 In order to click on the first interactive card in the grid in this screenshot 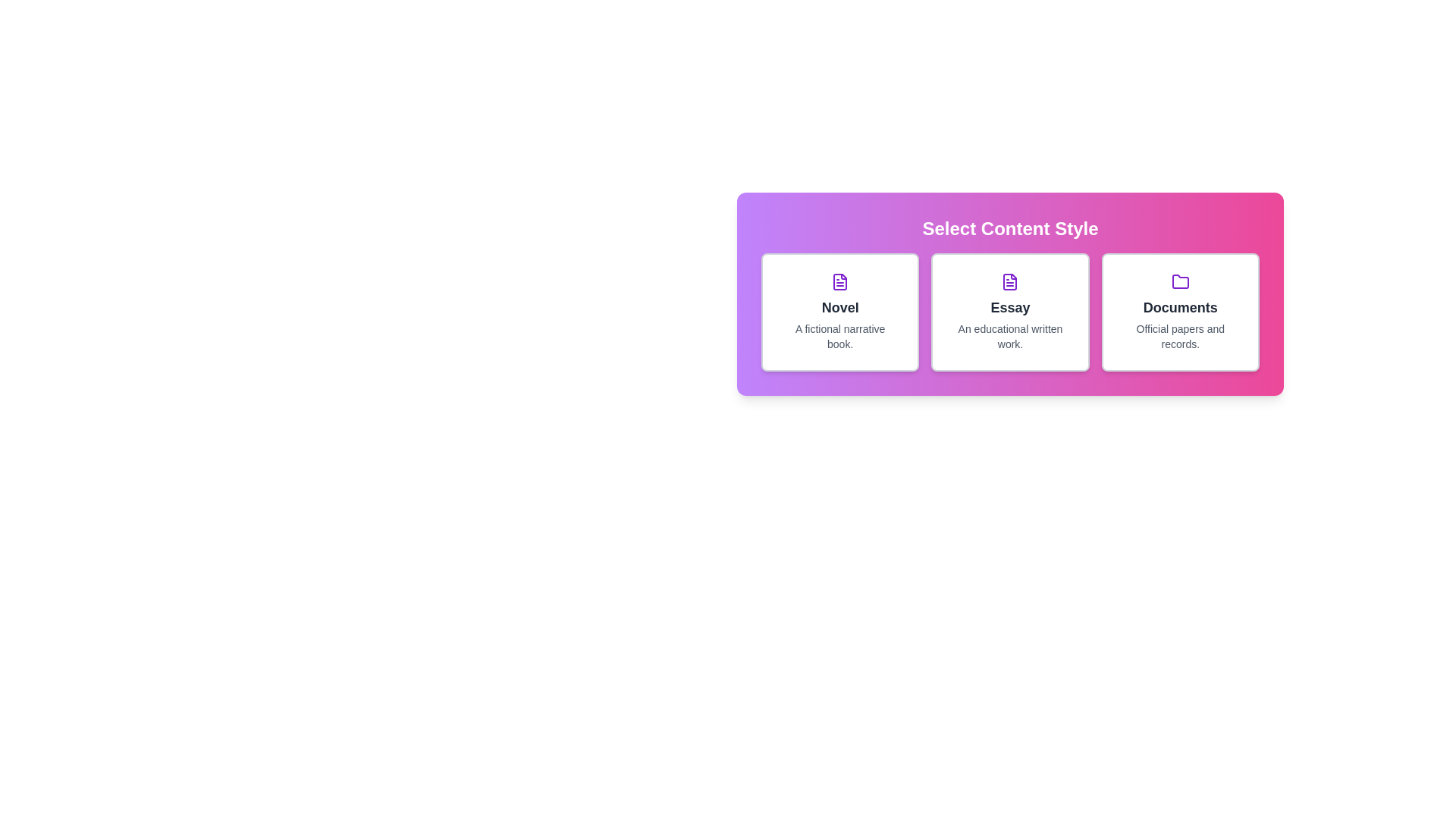, I will do `click(839, 312)`.